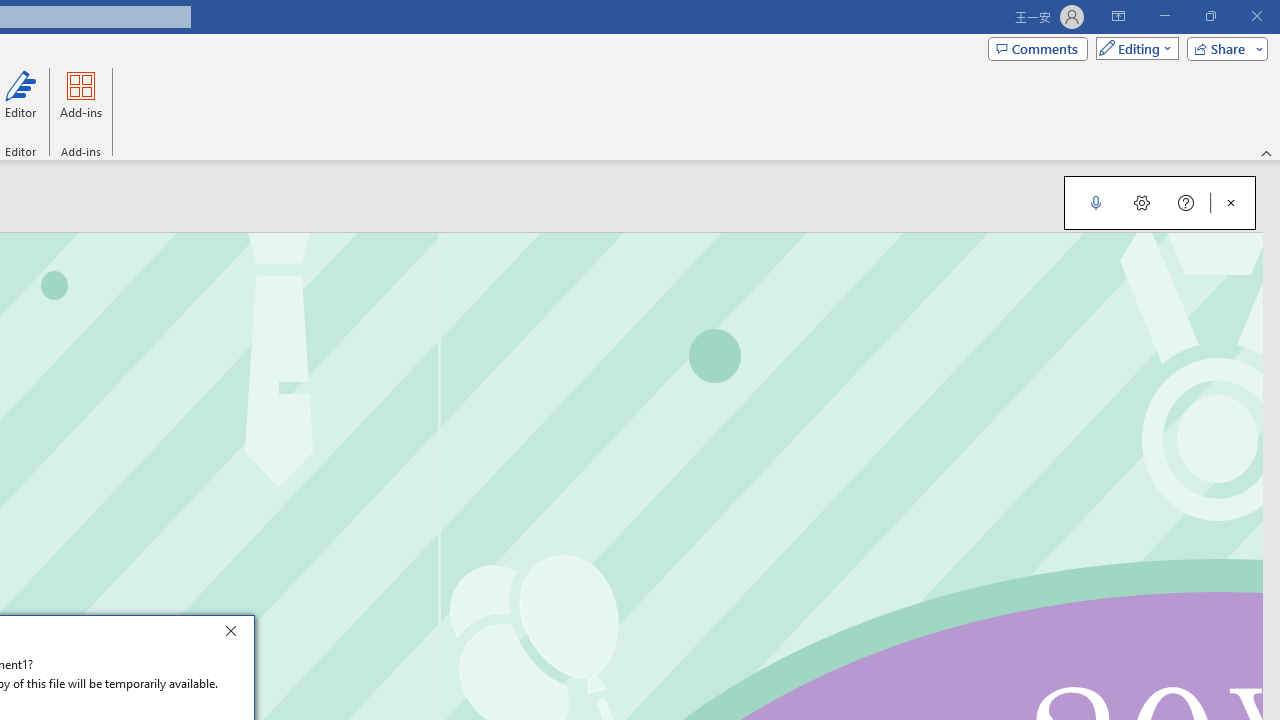 This screenshot has height=720, width=1280. What do you see at coordinates (1230, 203) in the screenshot?
I see `'Close Dictation'` at bounding box center [1230, 203].